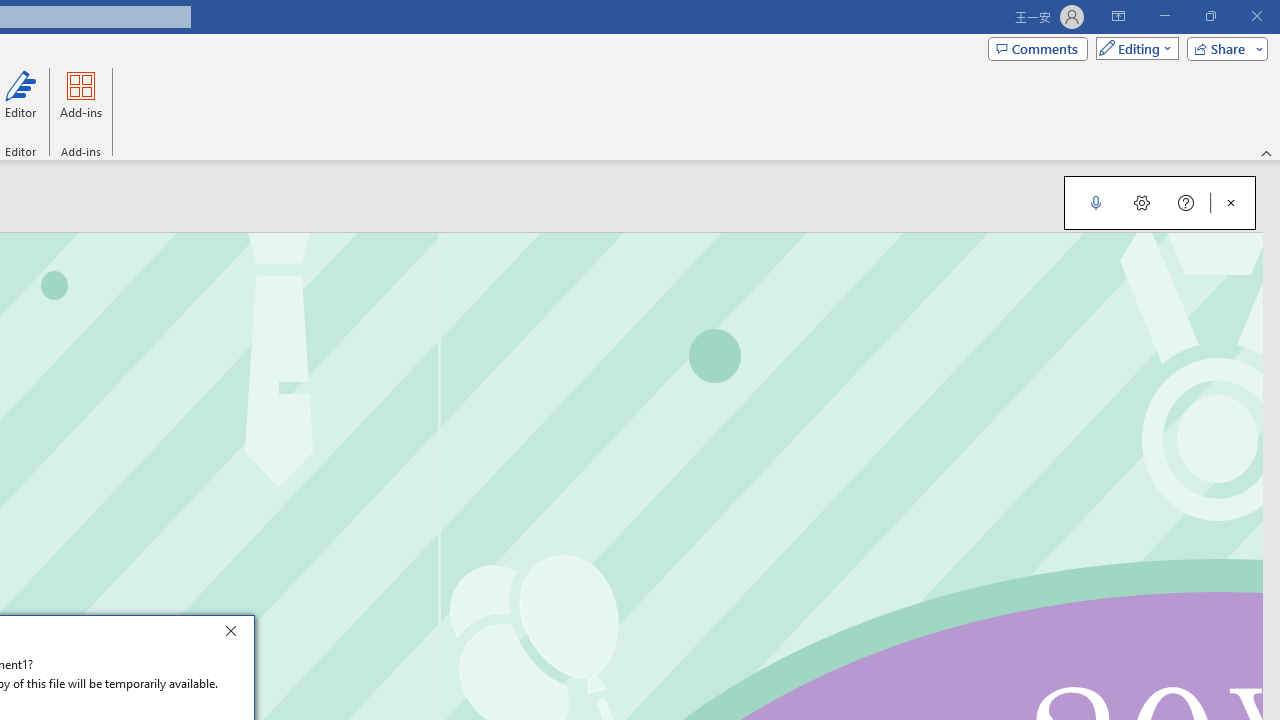 This screenshot has height=720, width=1280. What do you see at coordinates (1230, 203) in the screenshot?
I see `'Close Dictation'` at bounding box center [1230, 203].